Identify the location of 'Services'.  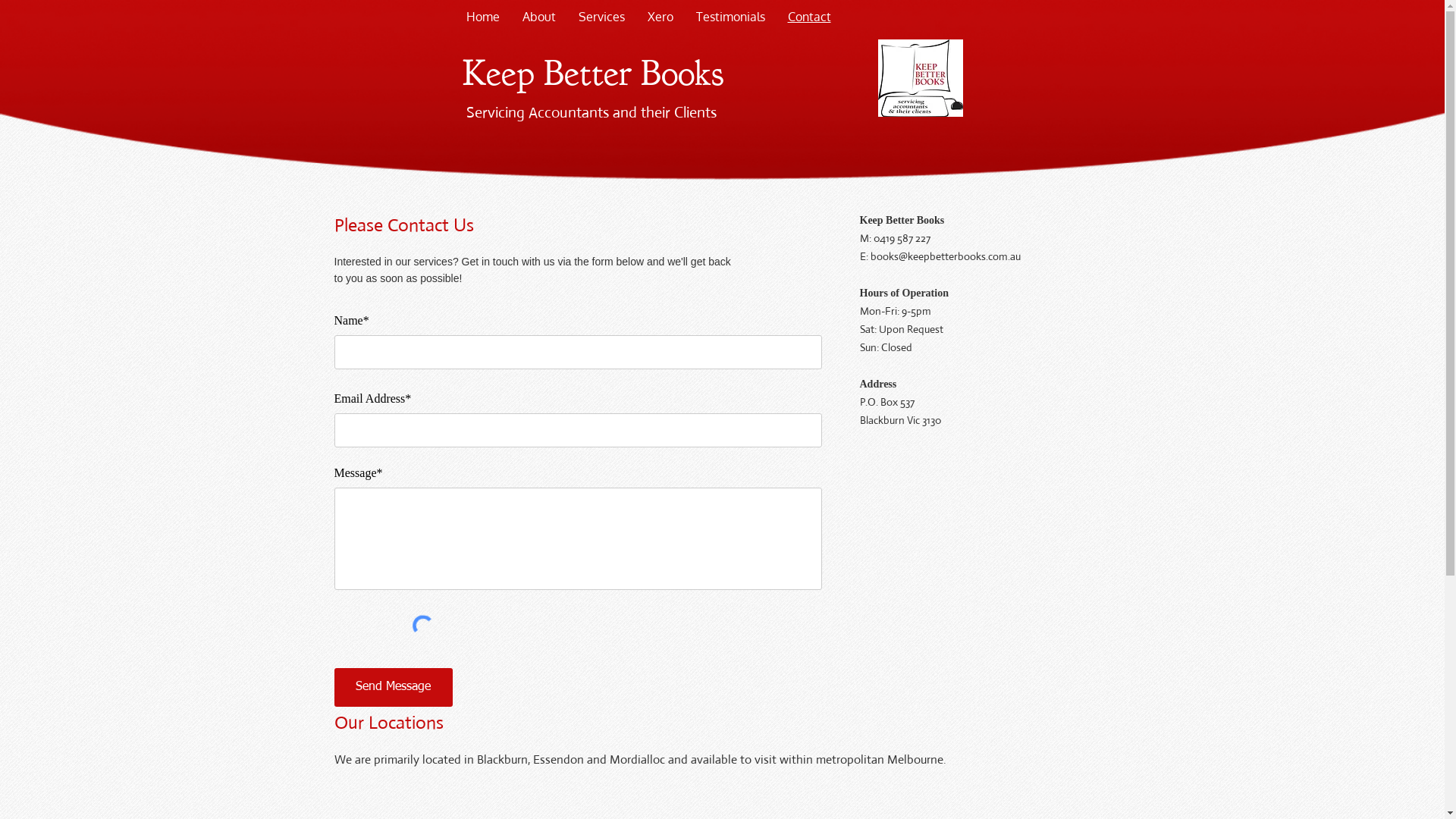
(601, 17).